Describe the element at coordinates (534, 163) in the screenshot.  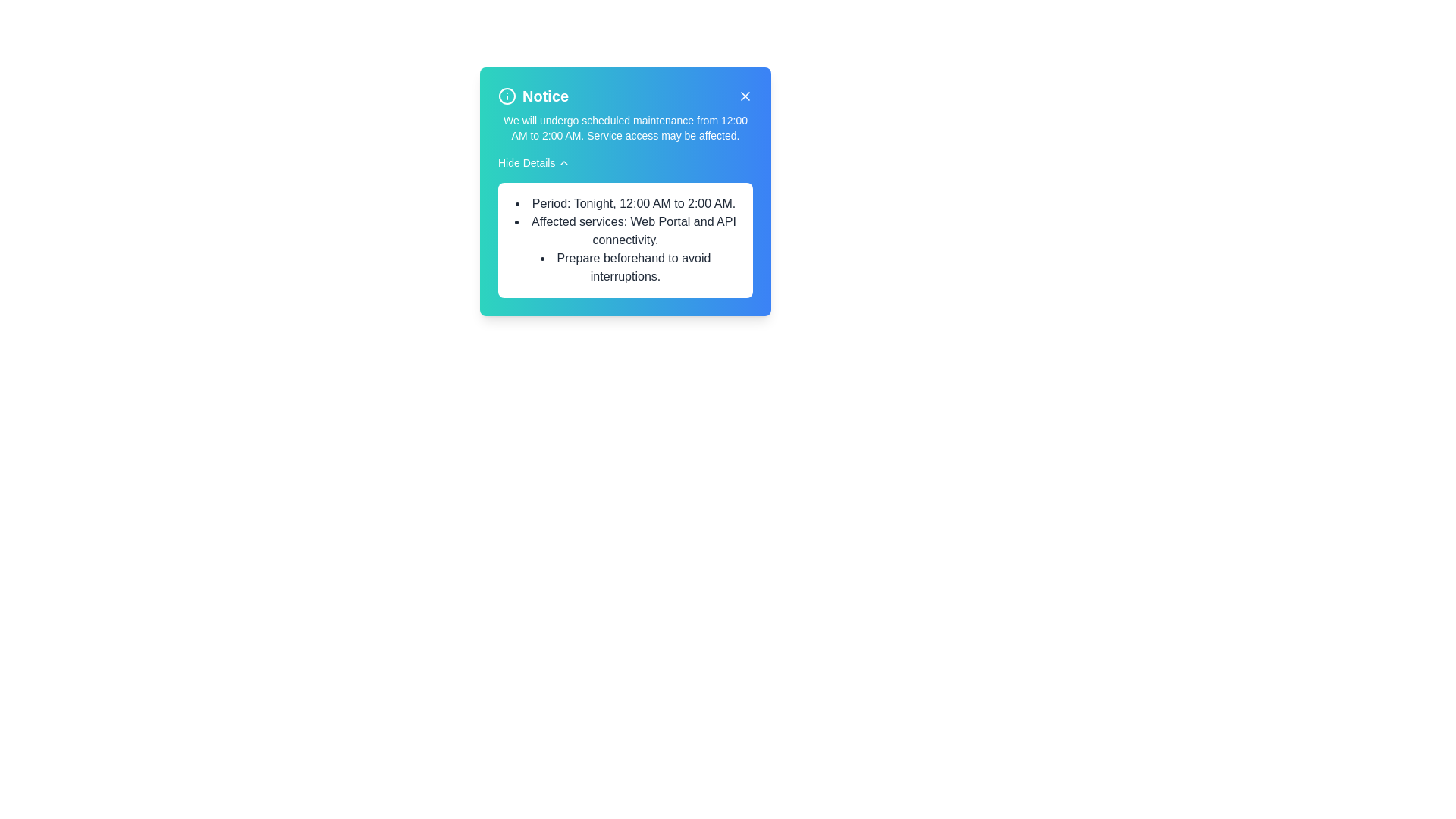
I see `the 'Hide Details' button to toggle the visibility of the details section` at that location.